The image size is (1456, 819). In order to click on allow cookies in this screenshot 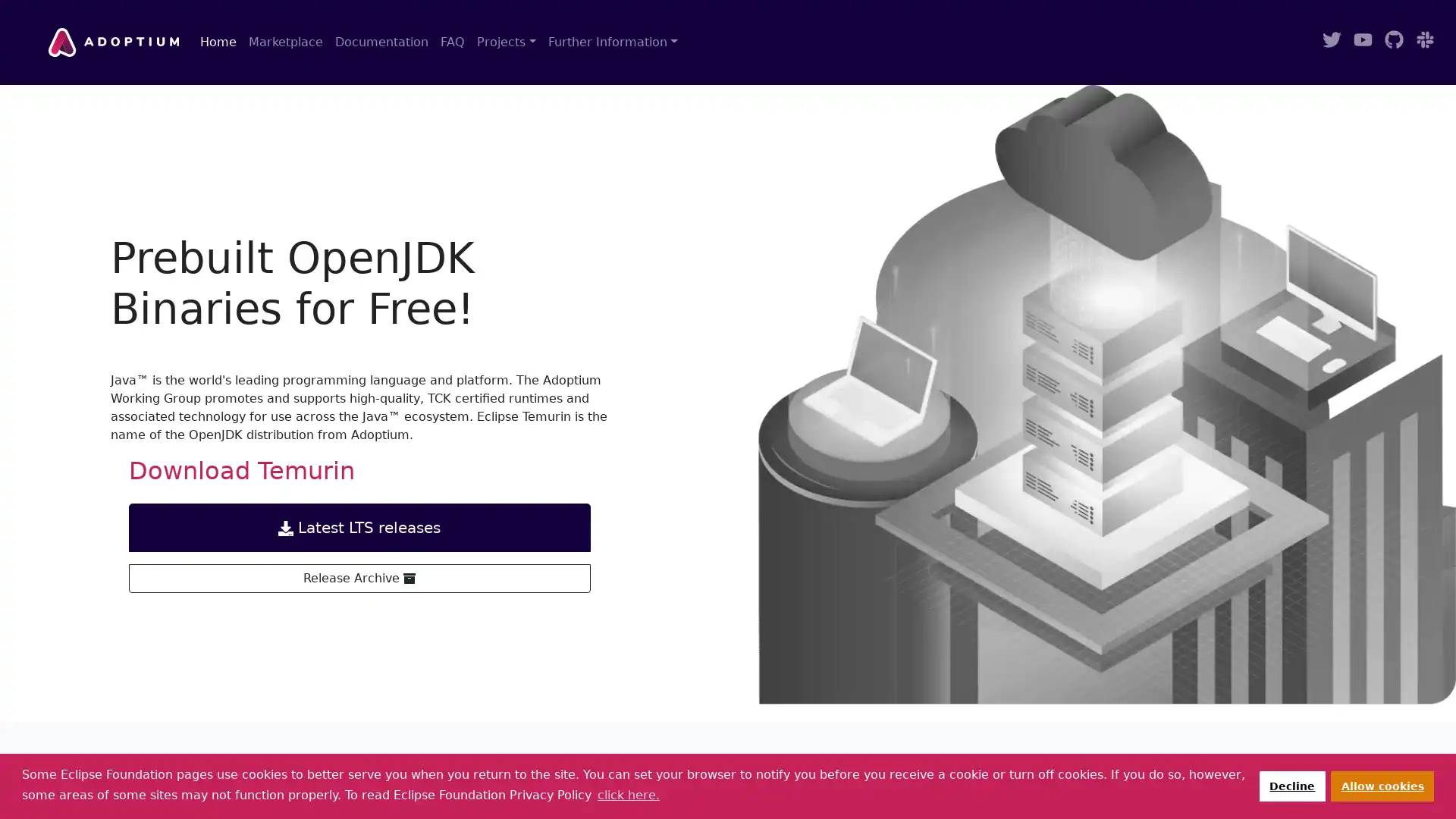, I will do `click(1382, 785)`.